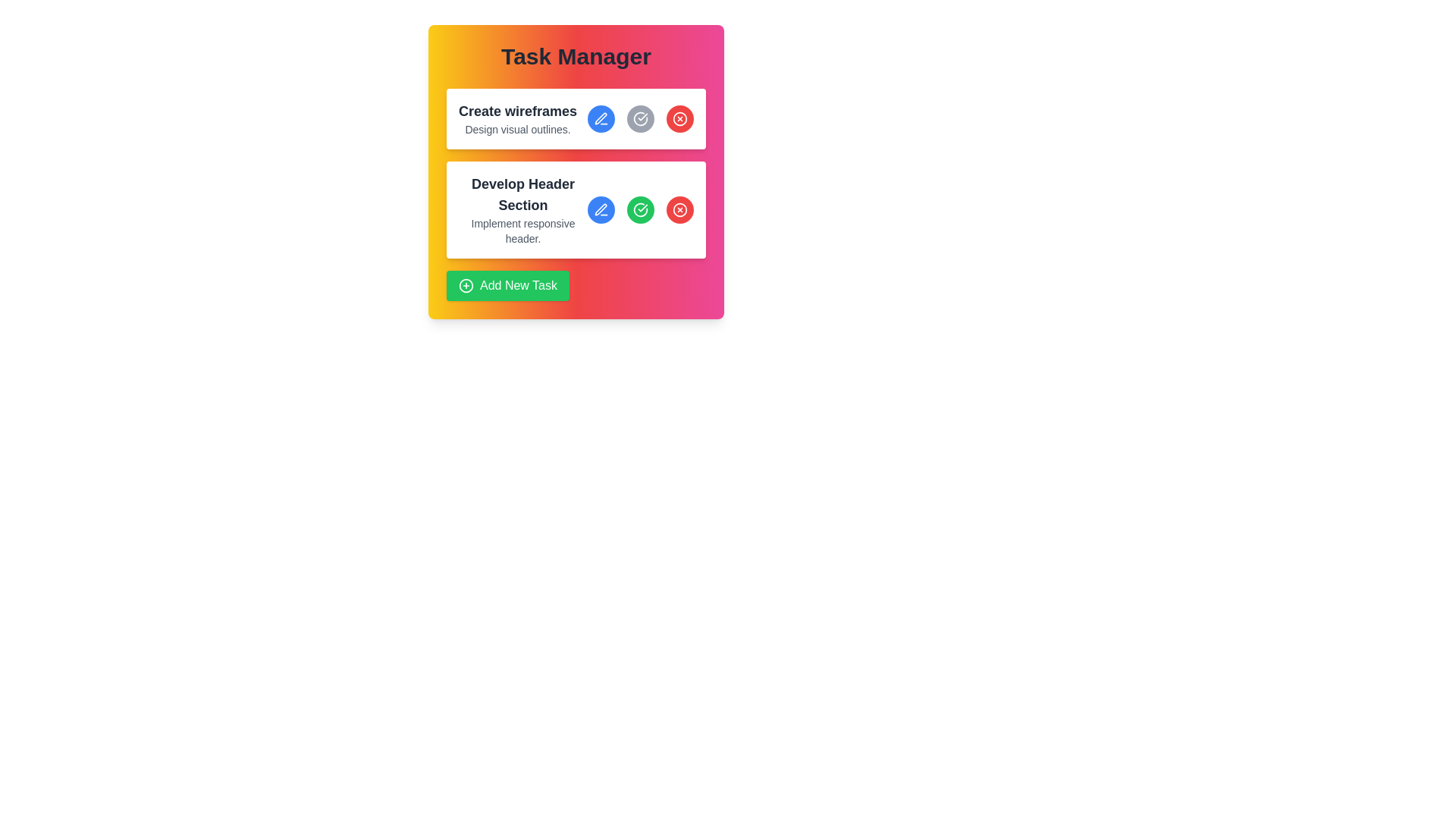 This screenshot has height=819, width=1456. I want to click on the first button in the second task operation group, which is located to the left of a green checkmark button and right of the task title, to invoke the edit action, so click(600, 210).